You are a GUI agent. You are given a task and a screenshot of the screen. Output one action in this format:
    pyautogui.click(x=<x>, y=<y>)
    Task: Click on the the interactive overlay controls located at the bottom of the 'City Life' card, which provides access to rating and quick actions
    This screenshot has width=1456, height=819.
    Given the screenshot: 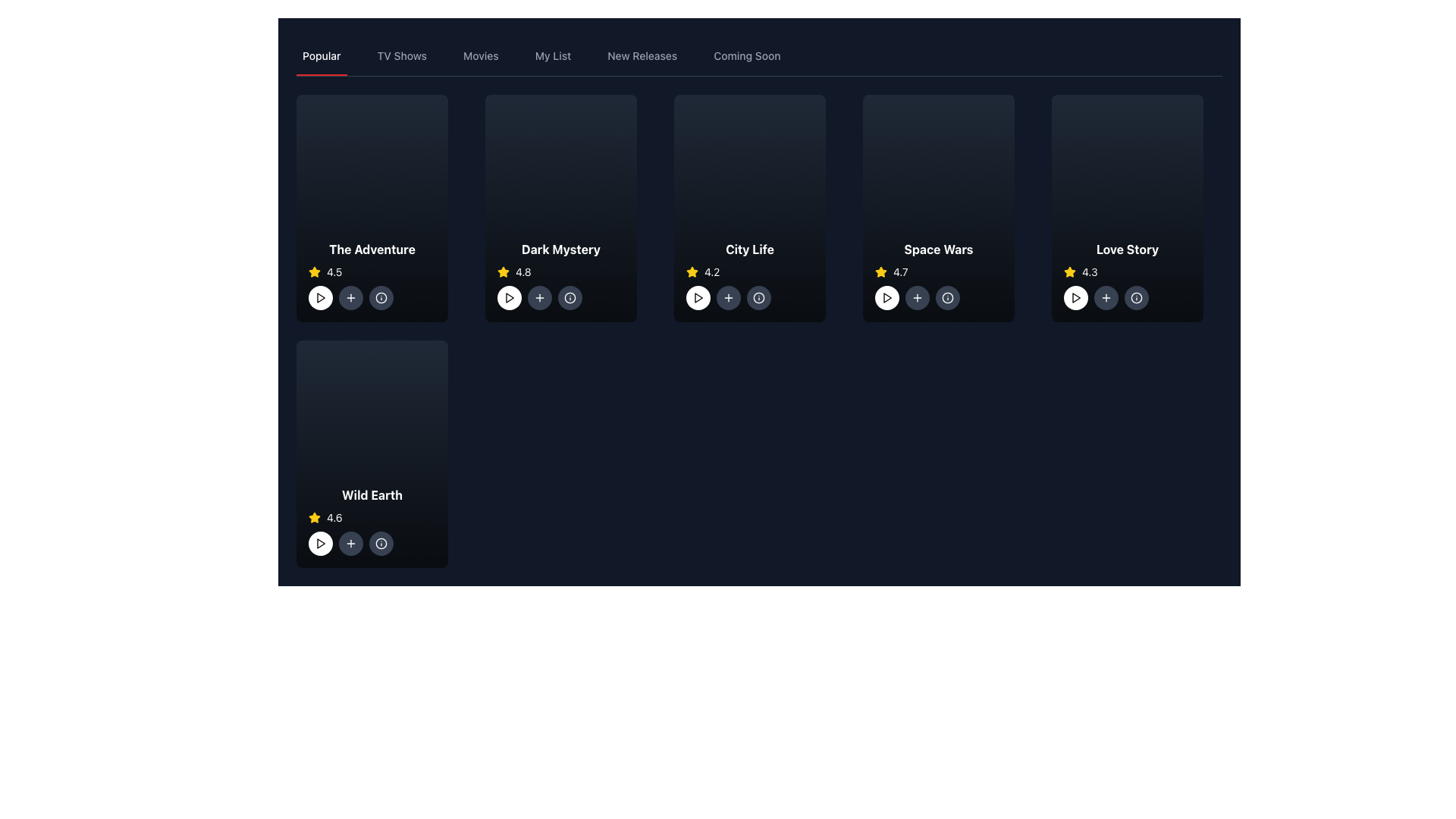 What is the action you would take?
    pyautogui.click(x=749, y=275)
    